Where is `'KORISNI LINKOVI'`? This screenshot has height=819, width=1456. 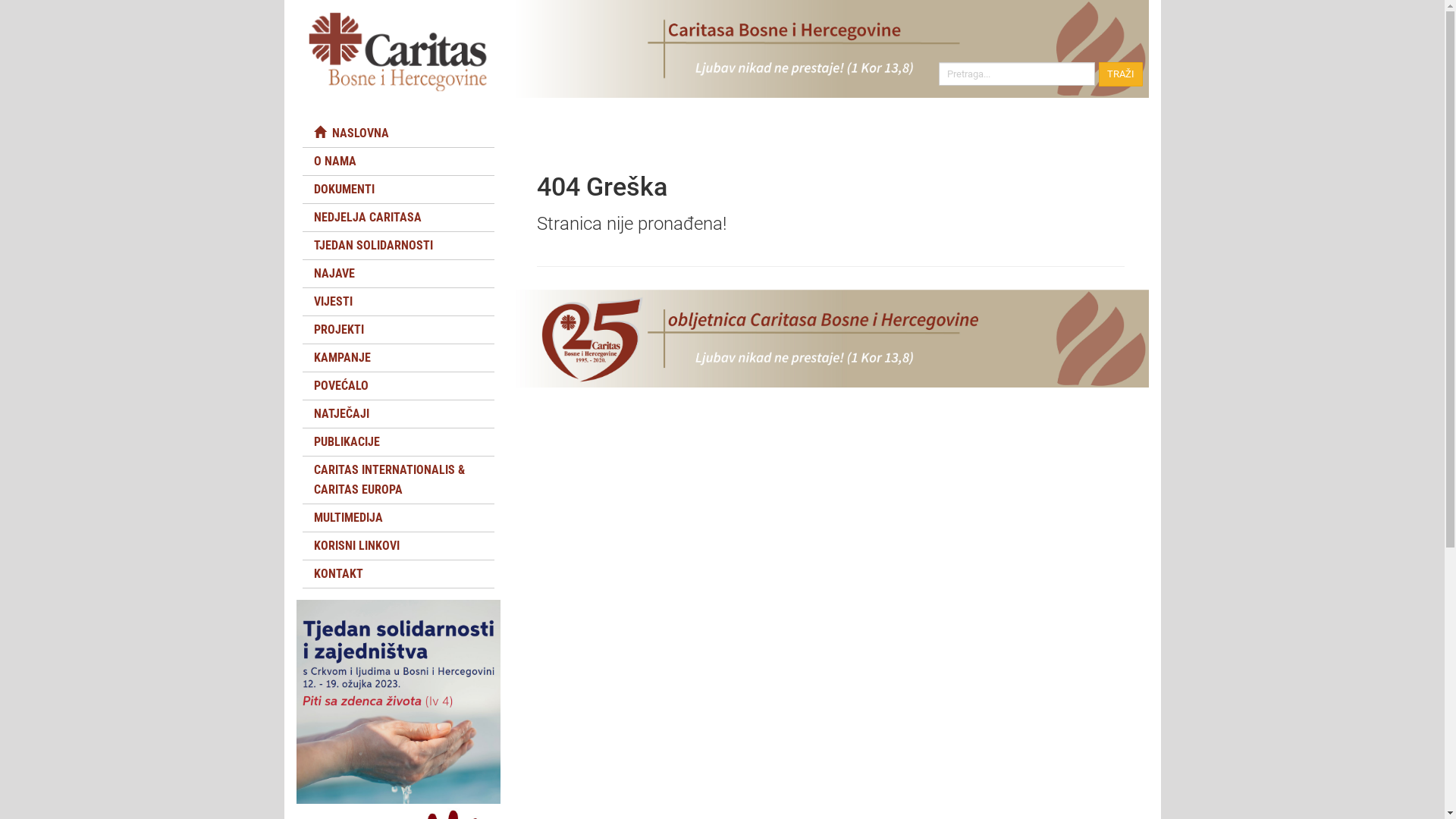
'KORISNI LINKOVI' is located at coordinates (397, 546).